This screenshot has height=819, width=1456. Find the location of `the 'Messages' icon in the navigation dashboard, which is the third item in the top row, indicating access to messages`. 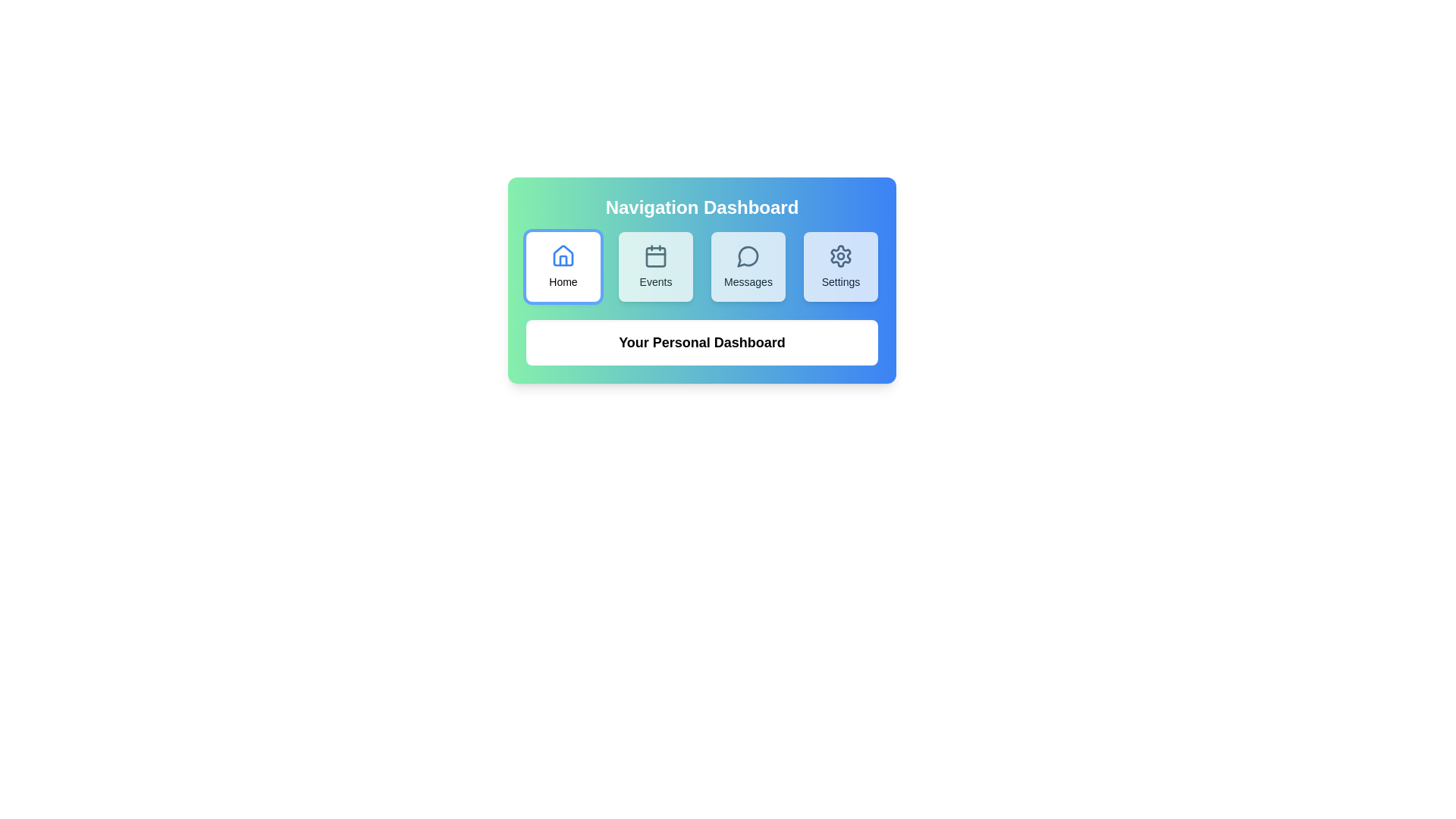

the 'Messages' icon in the navigation dashboard, which is the third item in the top row, indicating access to messages is located at coordinates (748, 256).